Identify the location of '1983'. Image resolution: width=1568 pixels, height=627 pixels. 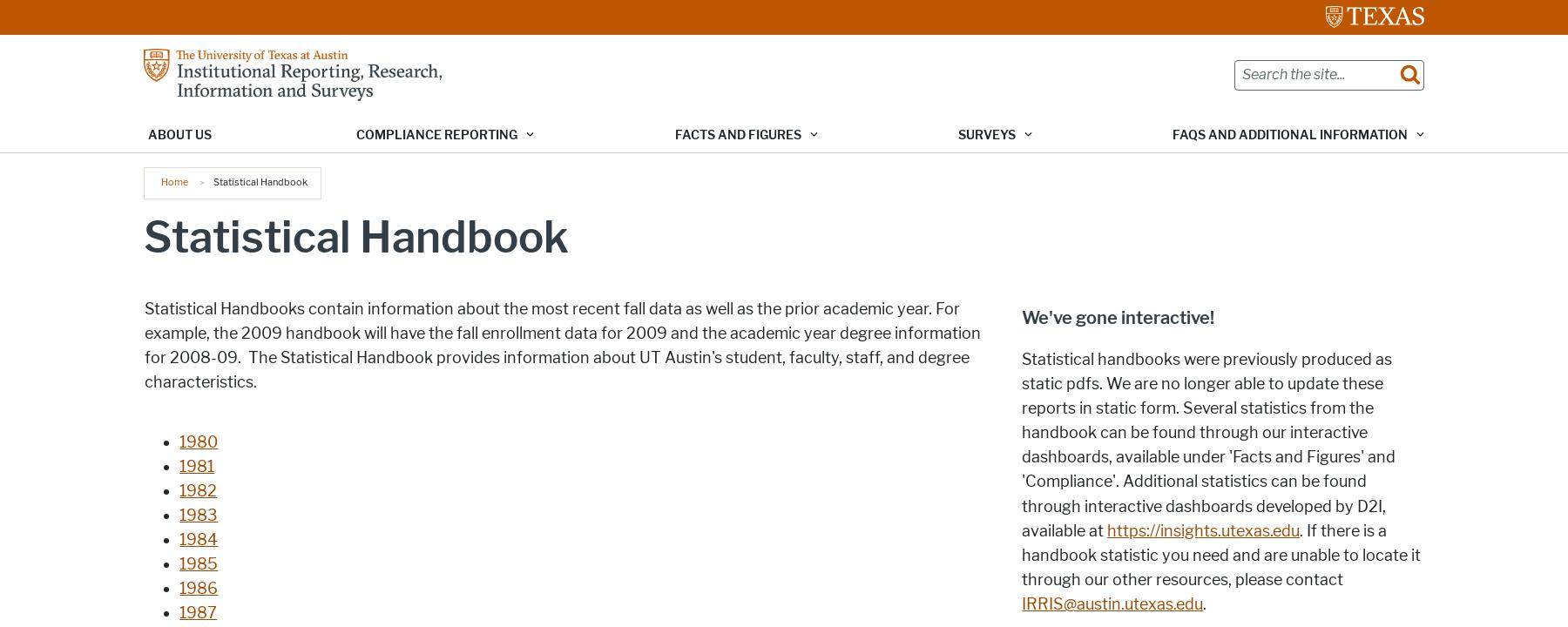
(179, 513).